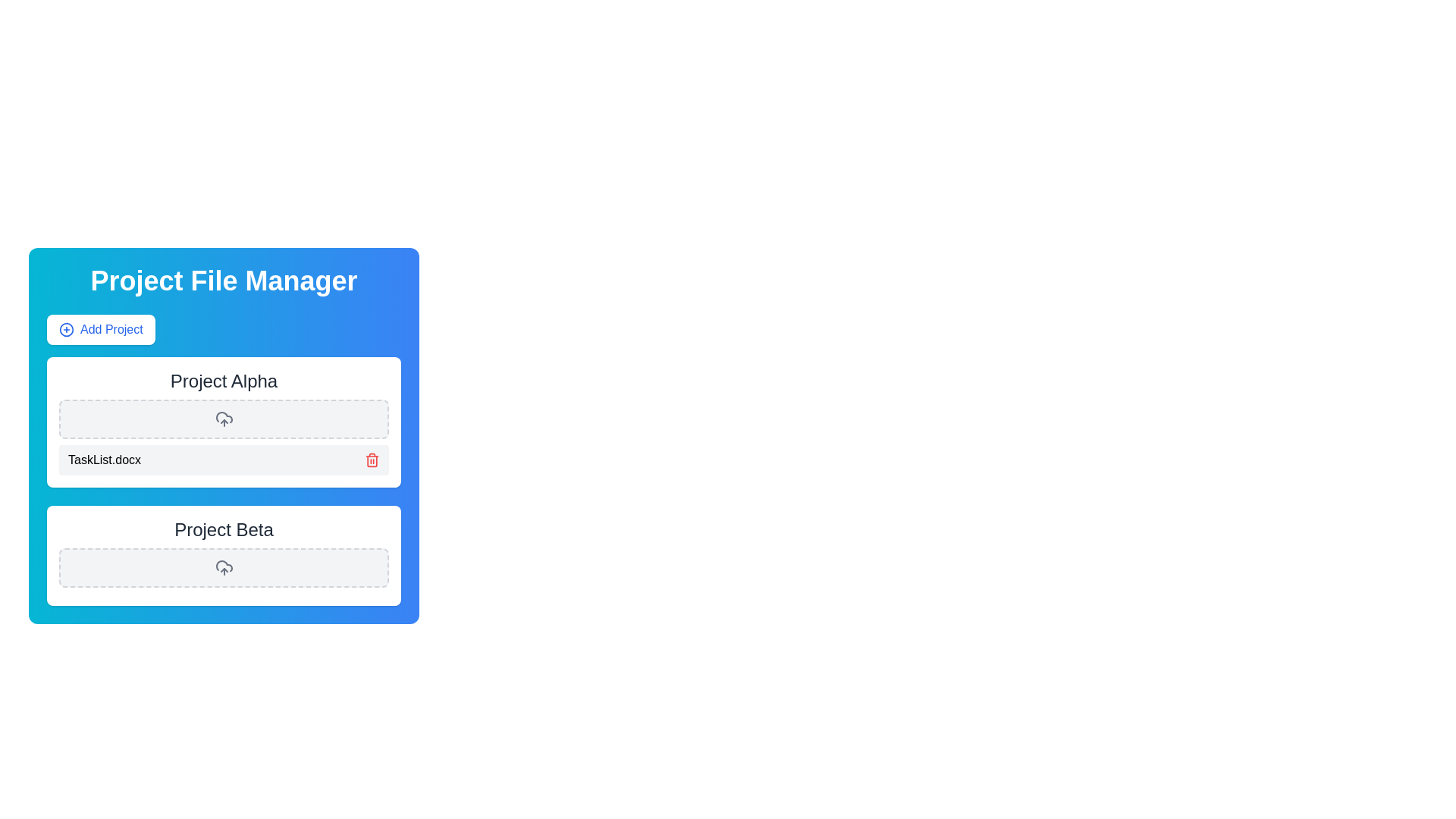  What do you see at coordinates (223, 567) in the screenshot?
I see `the central icon of the File upload area in the 'Project Beta' section` at bounding box center [223, 567].